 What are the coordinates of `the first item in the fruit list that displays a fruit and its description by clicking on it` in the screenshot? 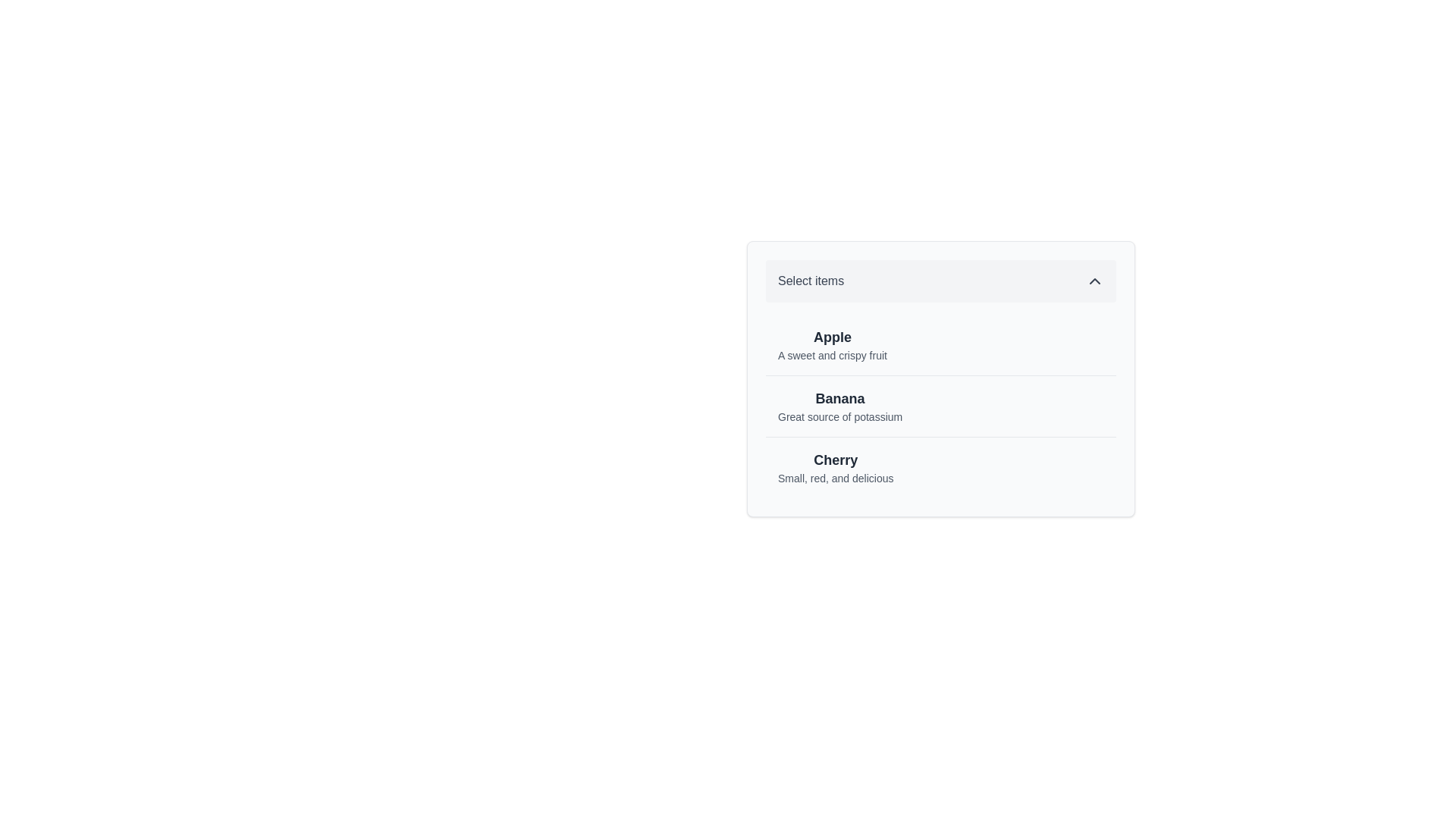 It's located at (940, 345).